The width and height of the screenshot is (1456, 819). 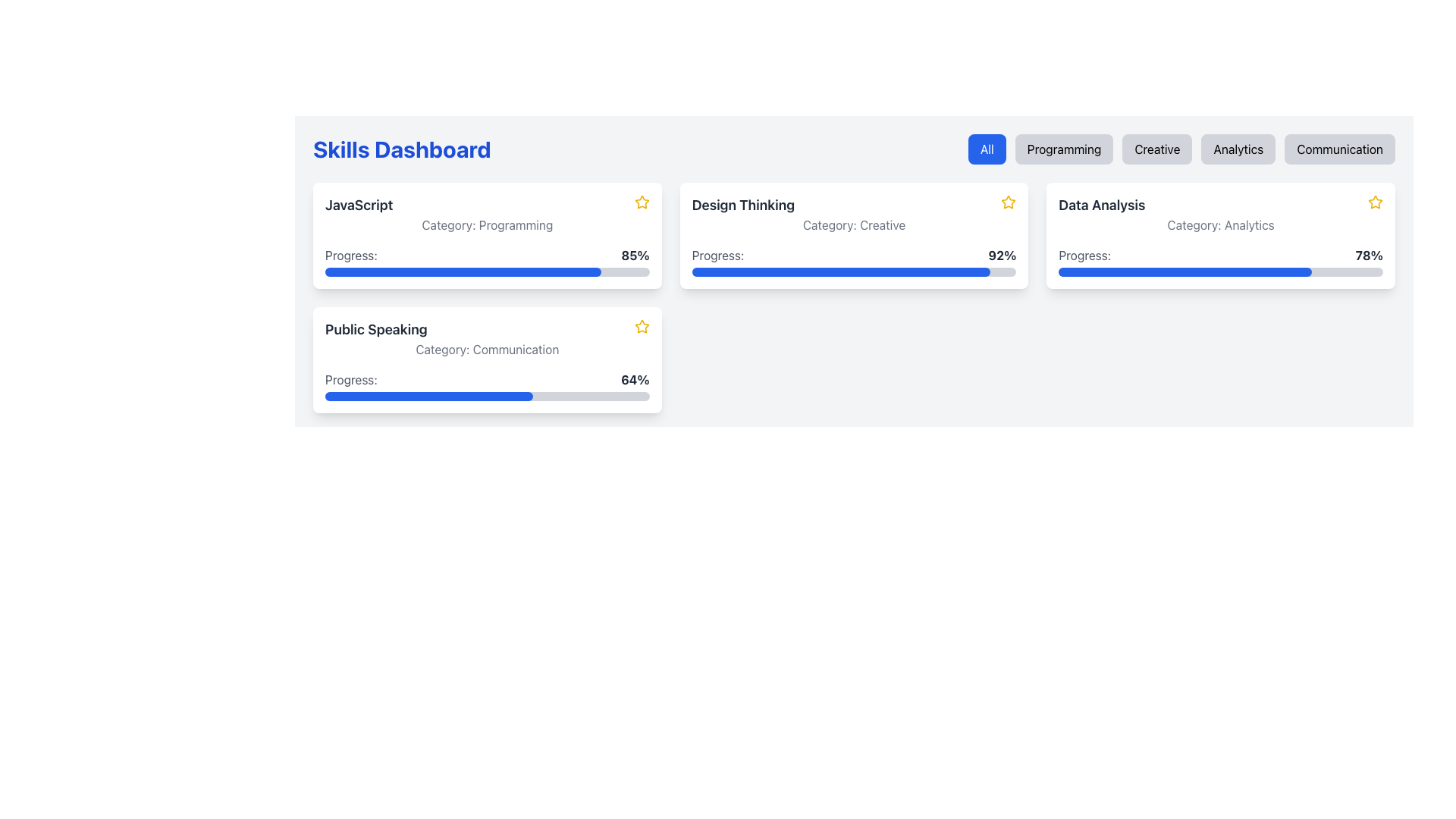 I want to click on the progress bar indicating 92% completion for the 'Design Thinking' topic in the 'Skills Dashboard', so click(x=854, y=271).